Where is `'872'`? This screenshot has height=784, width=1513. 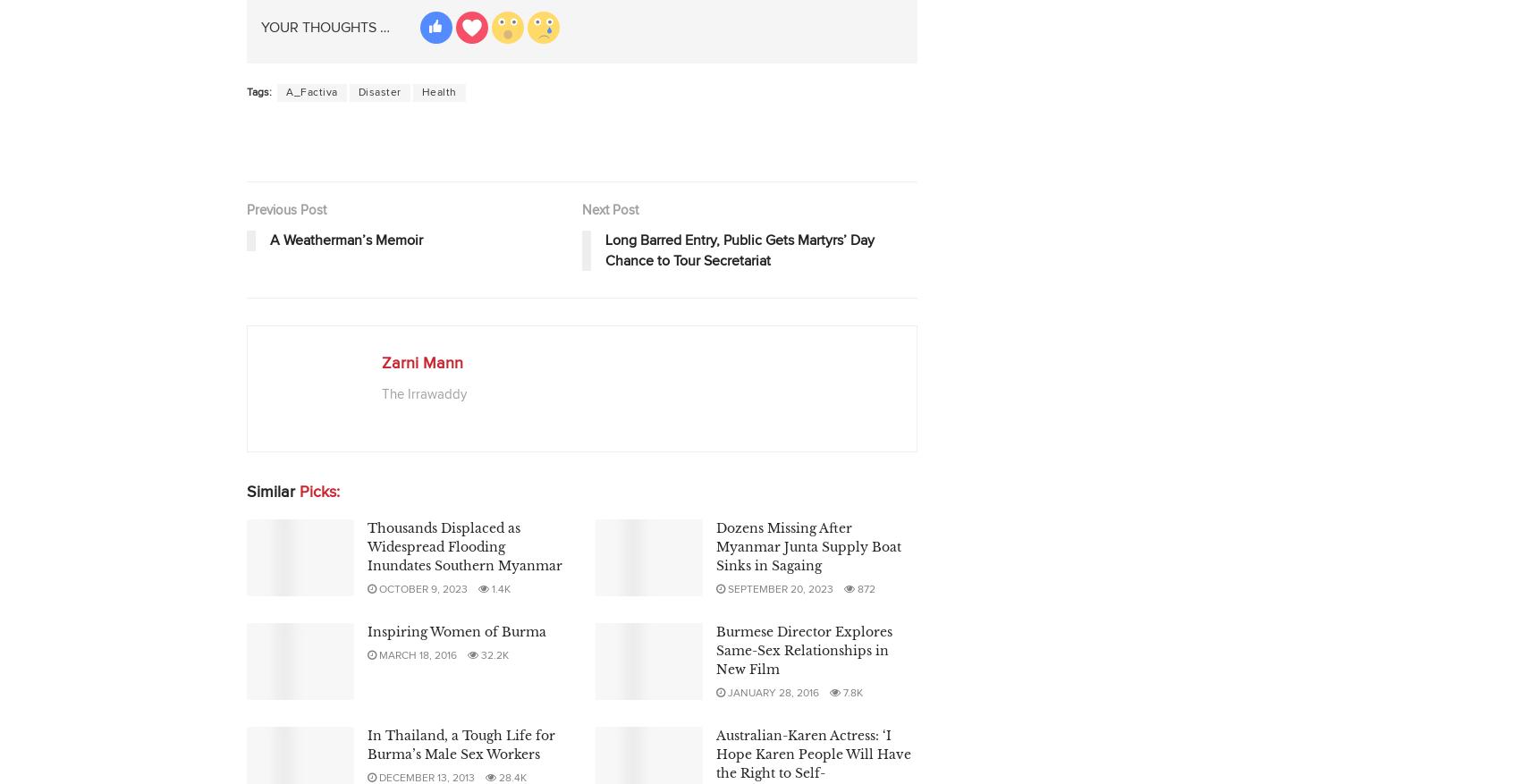
'872' is located at coordinates (865, 590).